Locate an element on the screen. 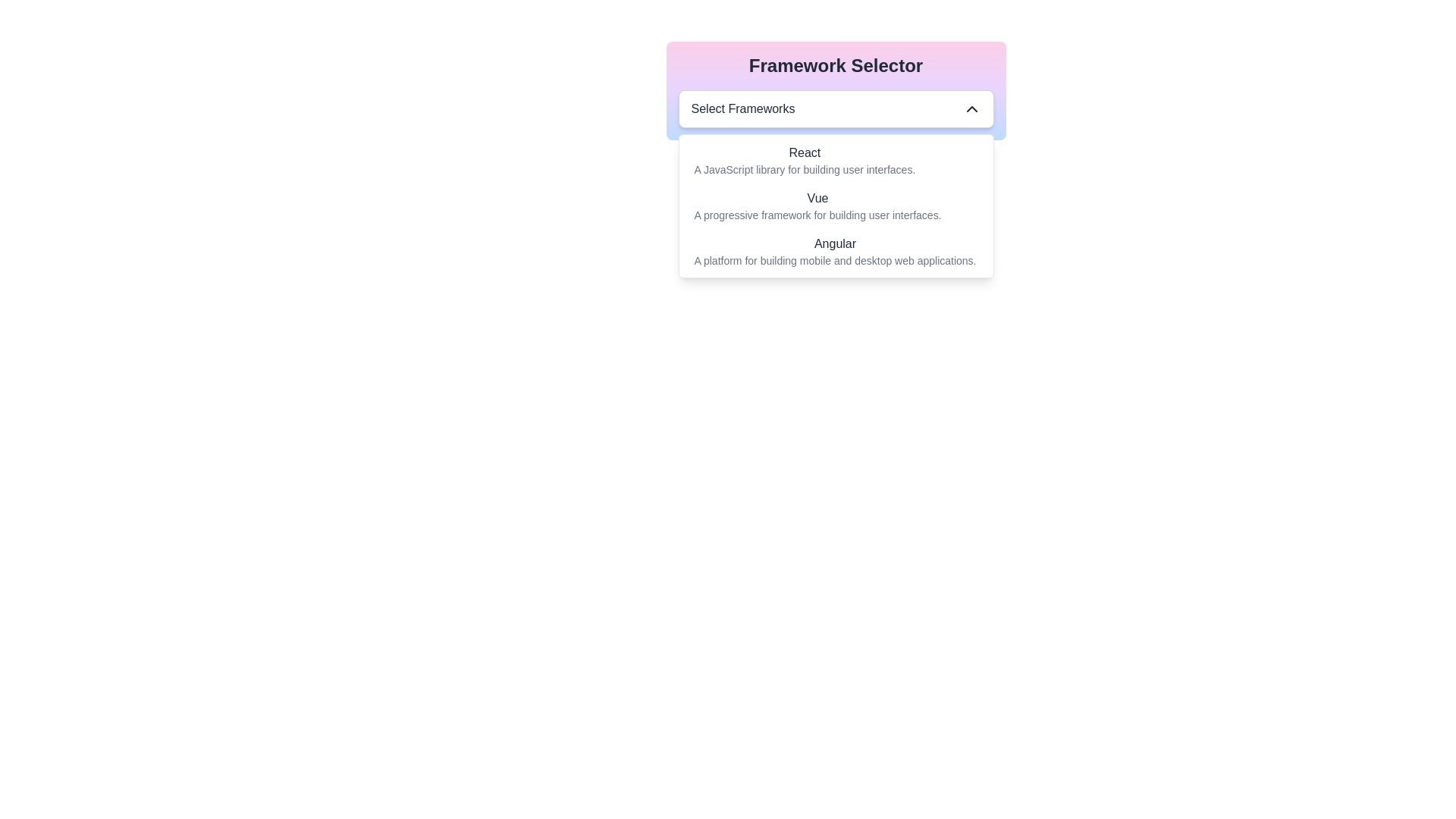 This screenshot has width=1456, height=819. on the list item with the bold title 'Vue' and subtitle 'A progressive framework for building user interfaces' is located at coordinates (835, 206).